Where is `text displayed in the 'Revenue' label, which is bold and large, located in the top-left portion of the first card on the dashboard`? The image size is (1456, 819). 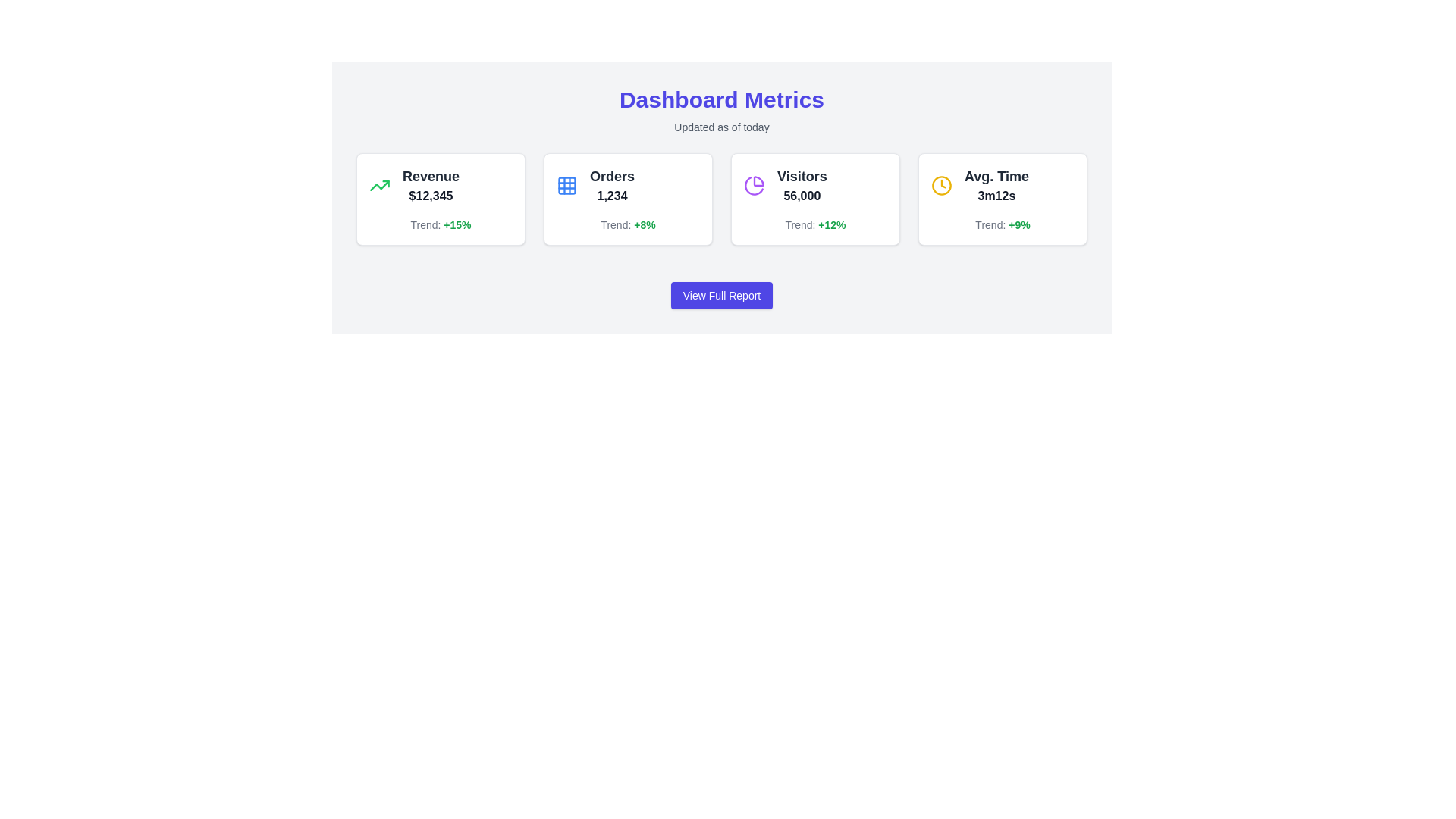
text displayed in the 'Revenue' label, which is bold and large, located in the top-left portion of the first card on the dashboard is located at coordinates (430, 175).